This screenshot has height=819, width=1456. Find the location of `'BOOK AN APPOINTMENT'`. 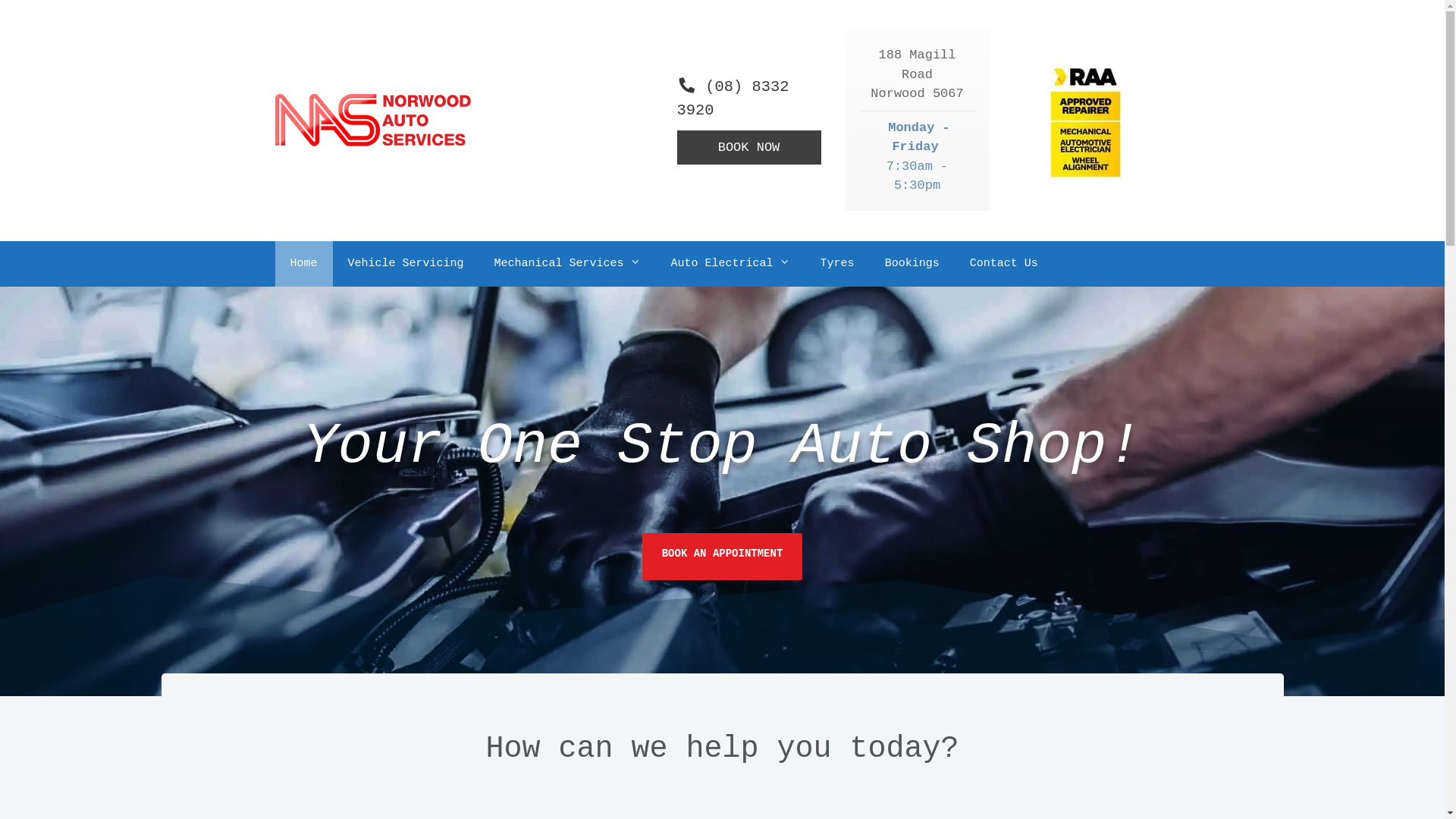

'BOOK AN APPOINTMENT' is located at coordinates (722, 556).